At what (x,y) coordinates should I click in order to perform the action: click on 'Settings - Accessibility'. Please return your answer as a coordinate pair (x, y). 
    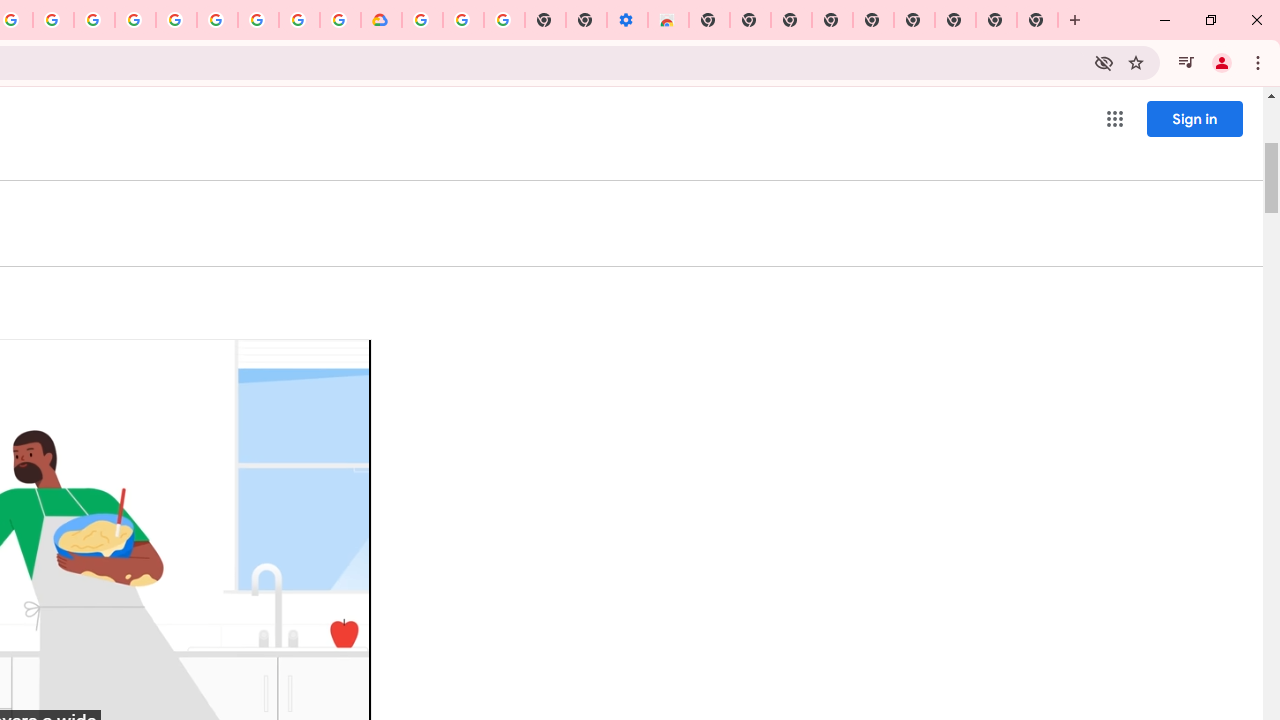
    Looking at the image, I should click on (626, 20).